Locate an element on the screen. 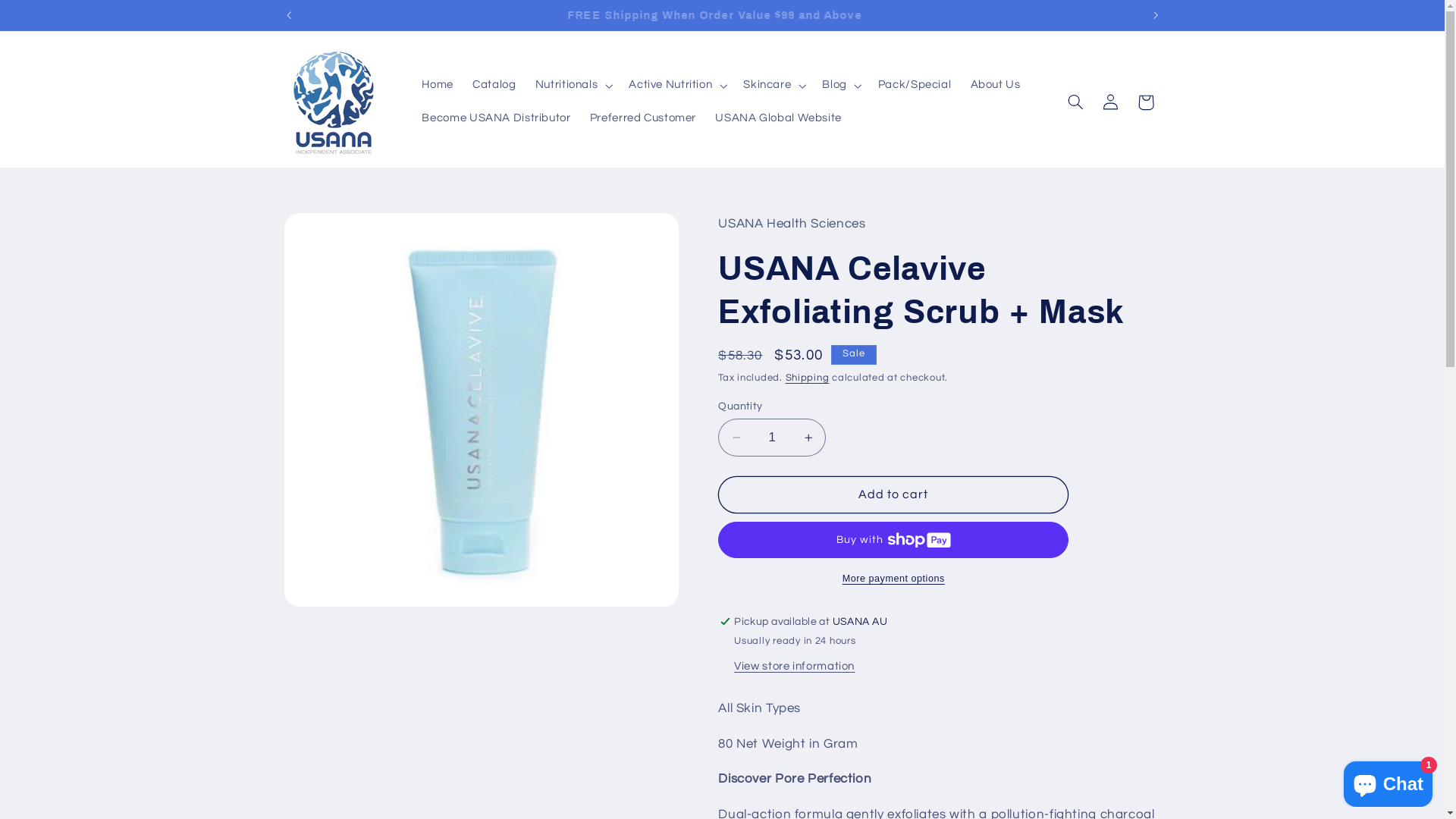  'Shipping' is located at coordinates (807, 377).